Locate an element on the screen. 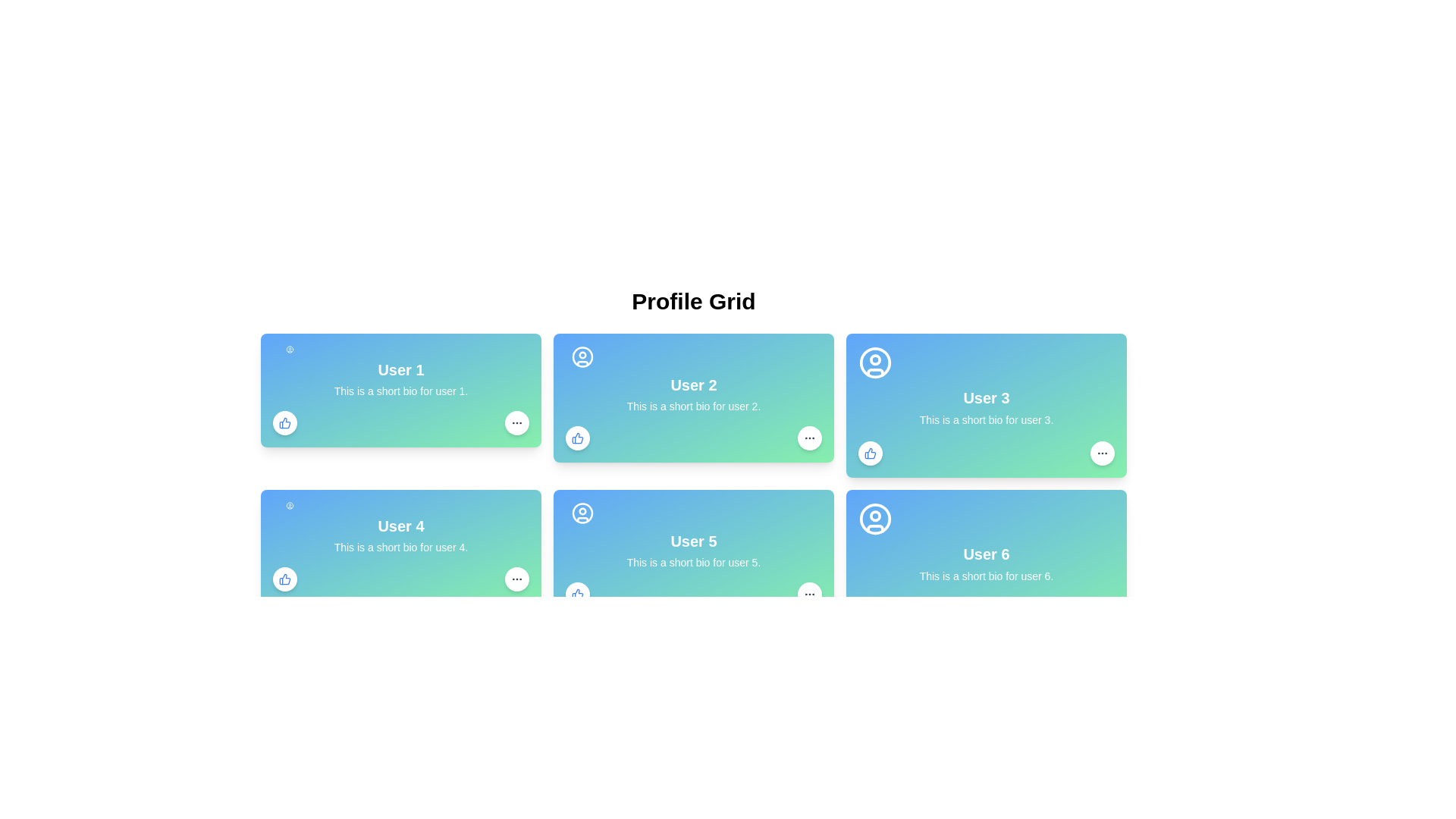  small circle within the user profile icon located at the top-left corner of the card labeled 'User 6.' is located at coordinates (875, 515).